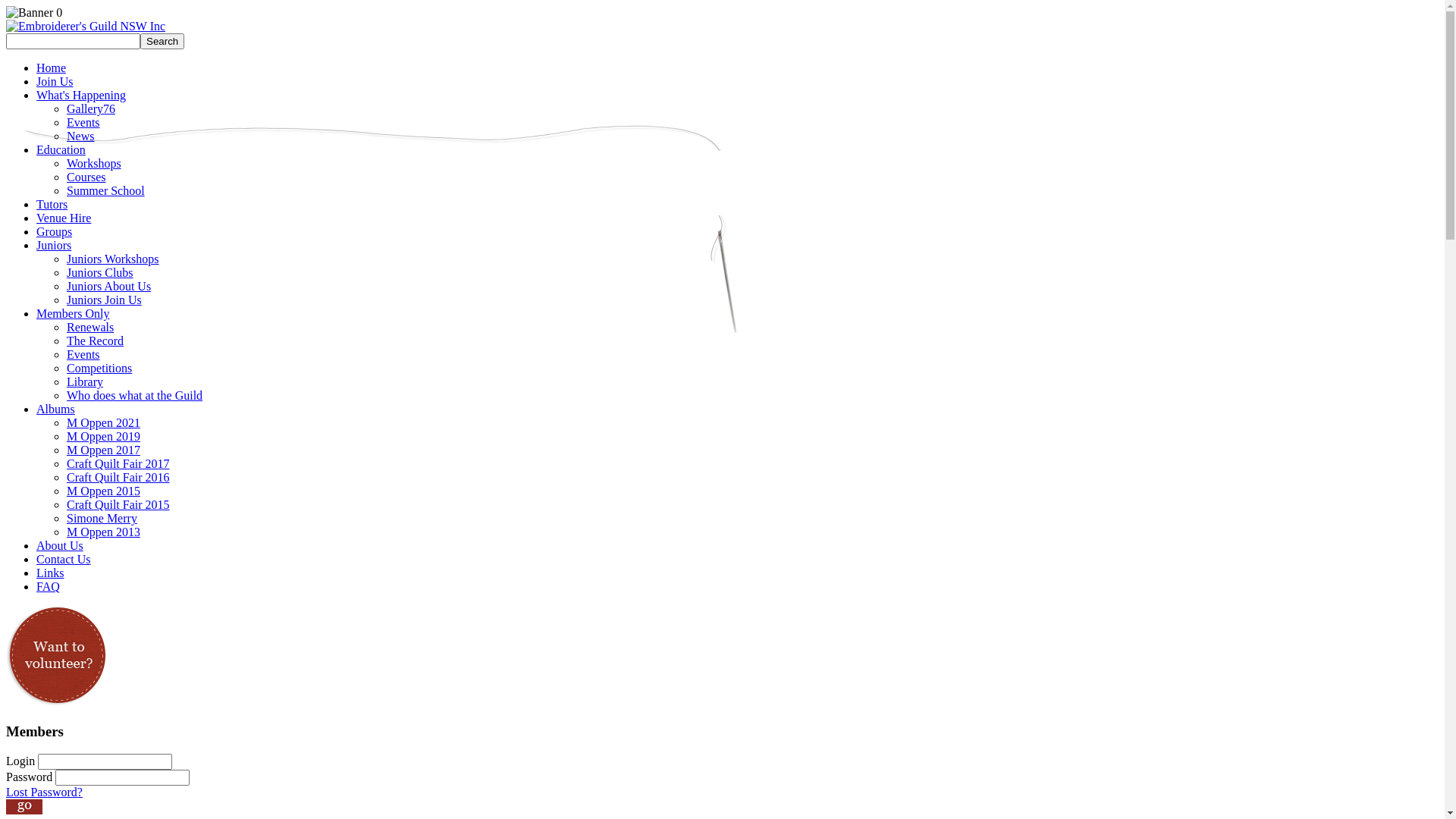 This screenshot has width=1456, height=819. Describe the element at coordinates (94, 340) in the screenshot. I see `'The Record'` at that location.